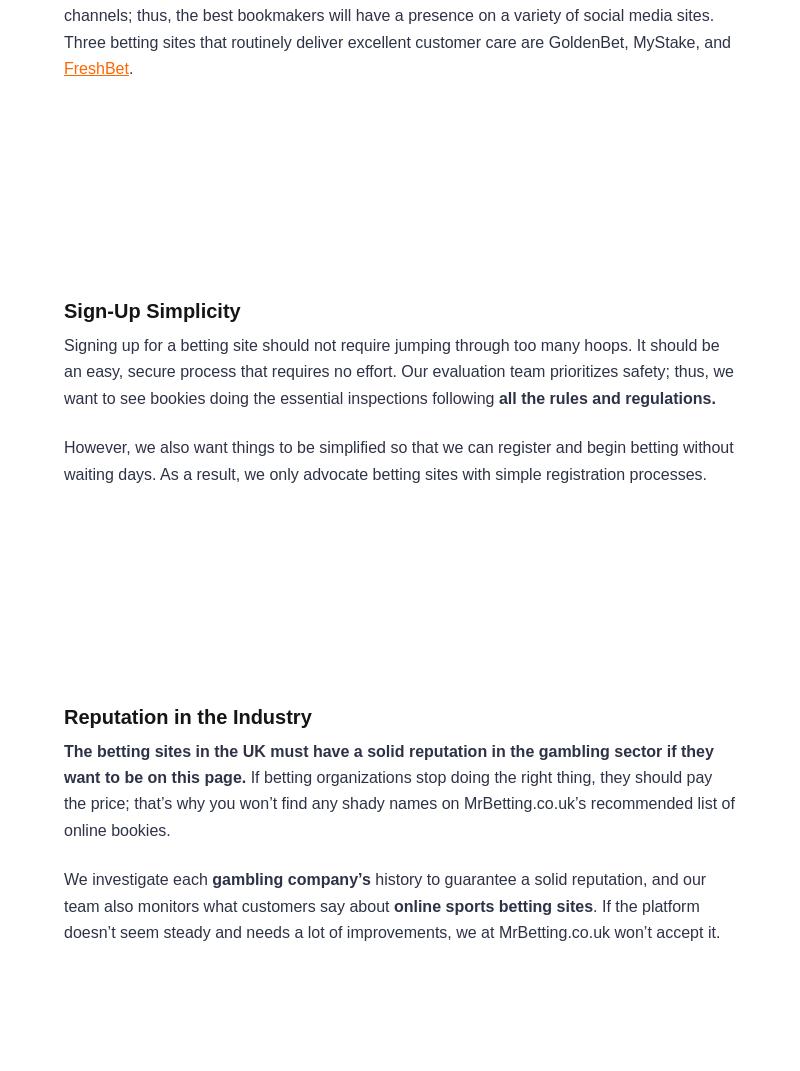  What do you see at coordinates (152, 310) in the screenshot?
I see `'Sign-Up Simplicity'` at bounding box center [152, 310].